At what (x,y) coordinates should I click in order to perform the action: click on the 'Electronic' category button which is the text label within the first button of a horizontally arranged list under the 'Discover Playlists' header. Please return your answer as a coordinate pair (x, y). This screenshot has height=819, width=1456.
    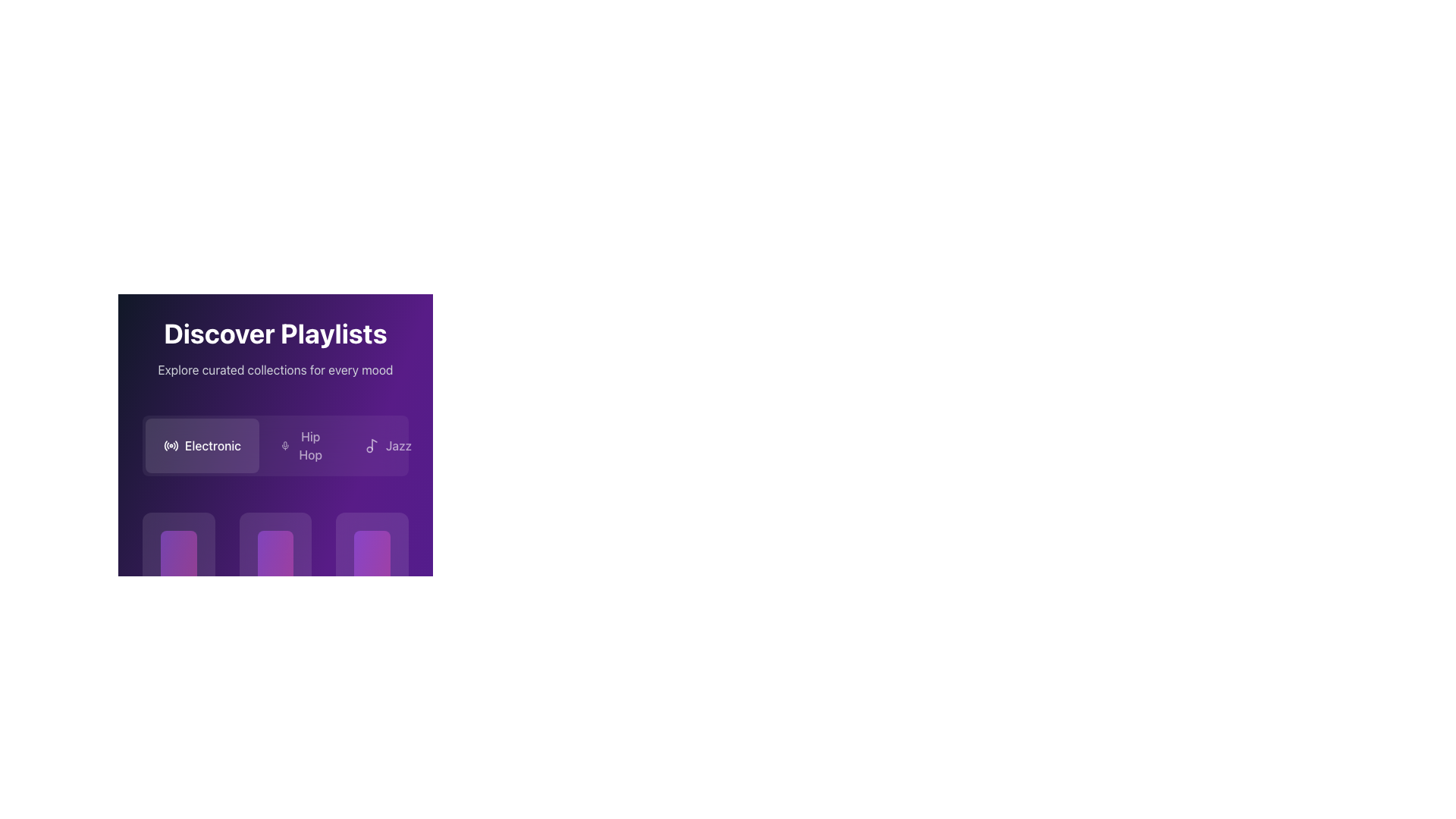
    Looking at the image, I should click on (212, 444).